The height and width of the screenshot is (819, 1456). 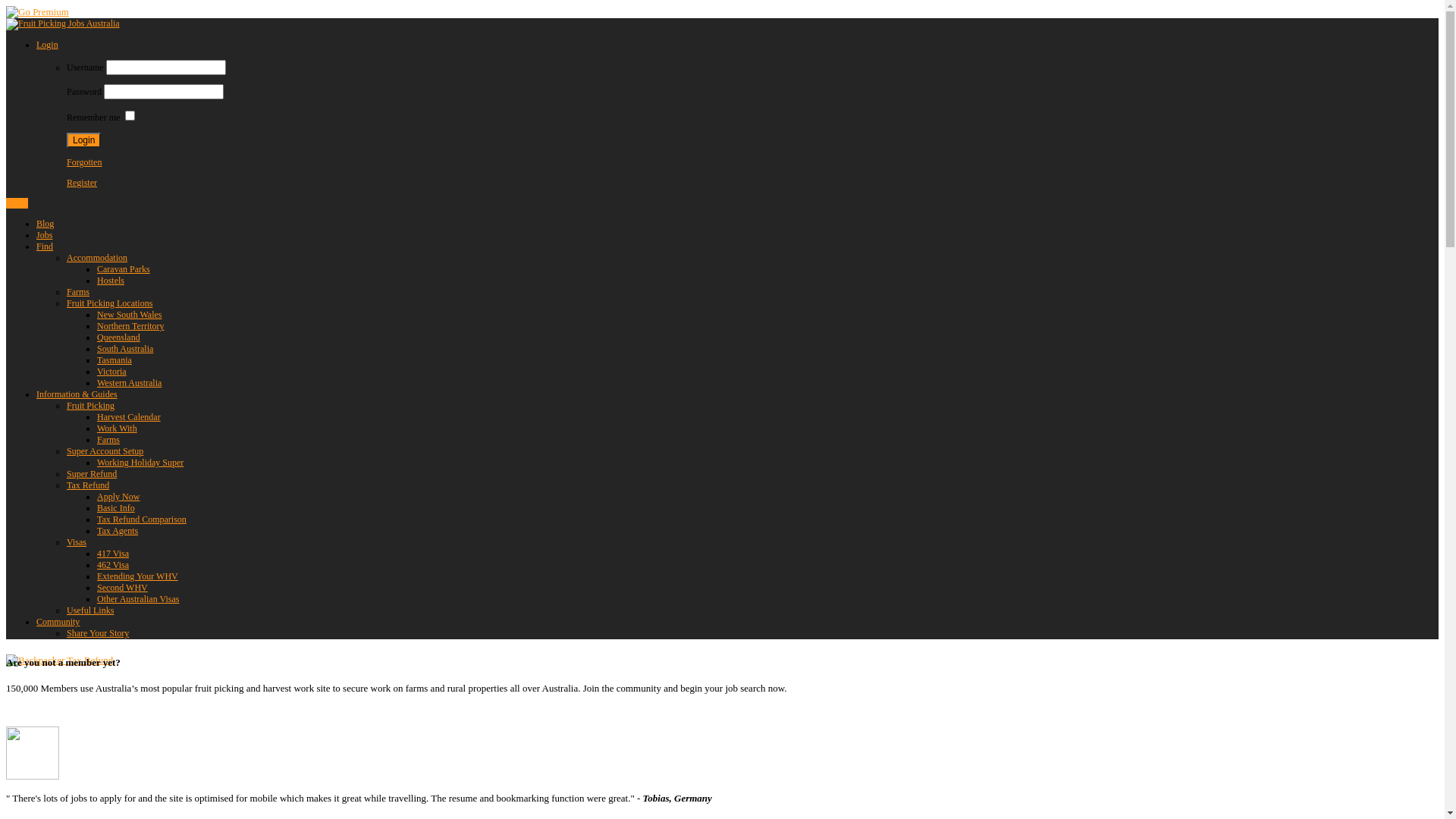 I want to click on 'Fruit Picking Jobs Australia', so click(x=61, y=23).